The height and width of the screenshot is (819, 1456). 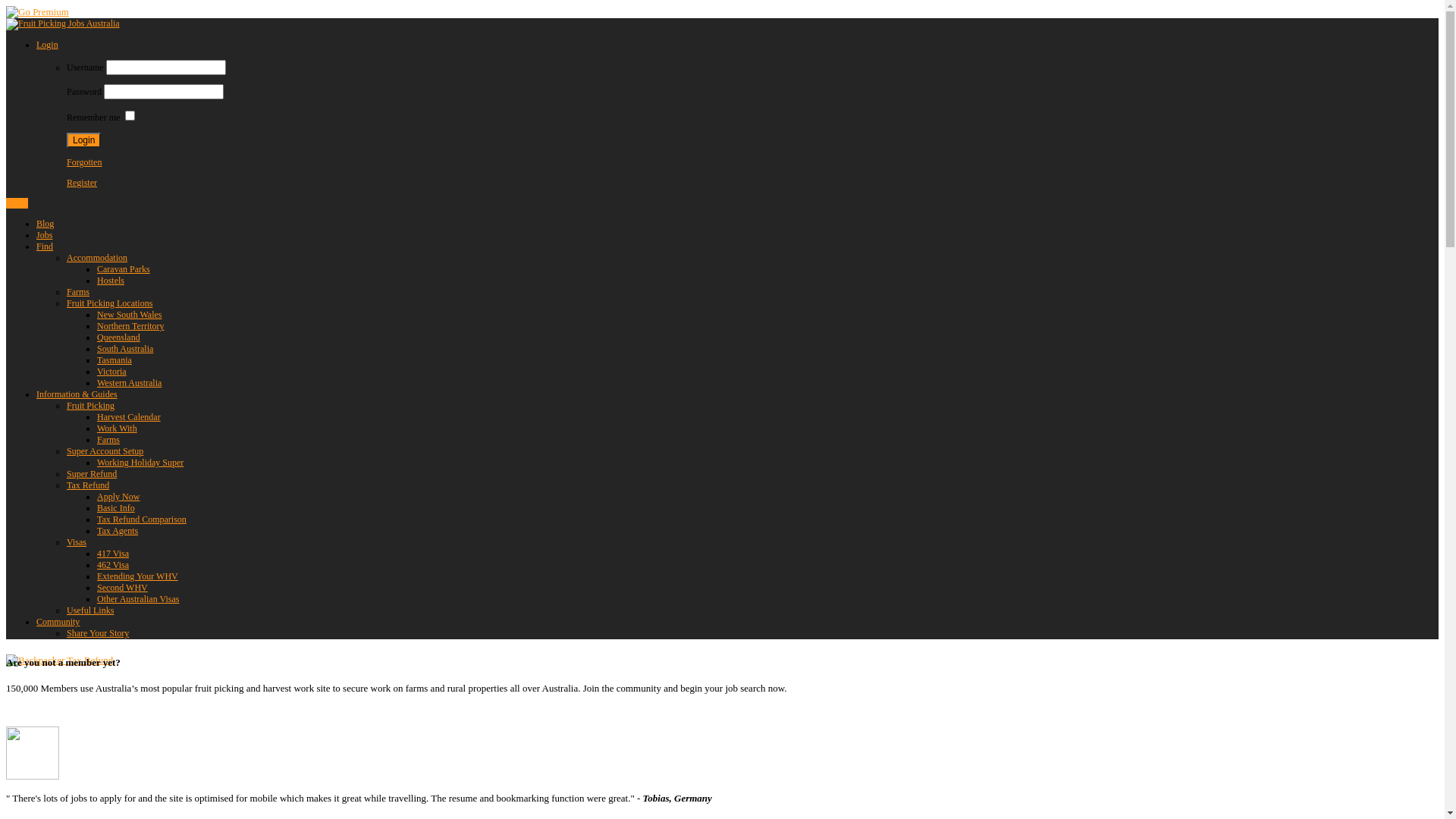 I want to click on 'Fruit Picking Jobs Australia', so click(x=61, y=23).